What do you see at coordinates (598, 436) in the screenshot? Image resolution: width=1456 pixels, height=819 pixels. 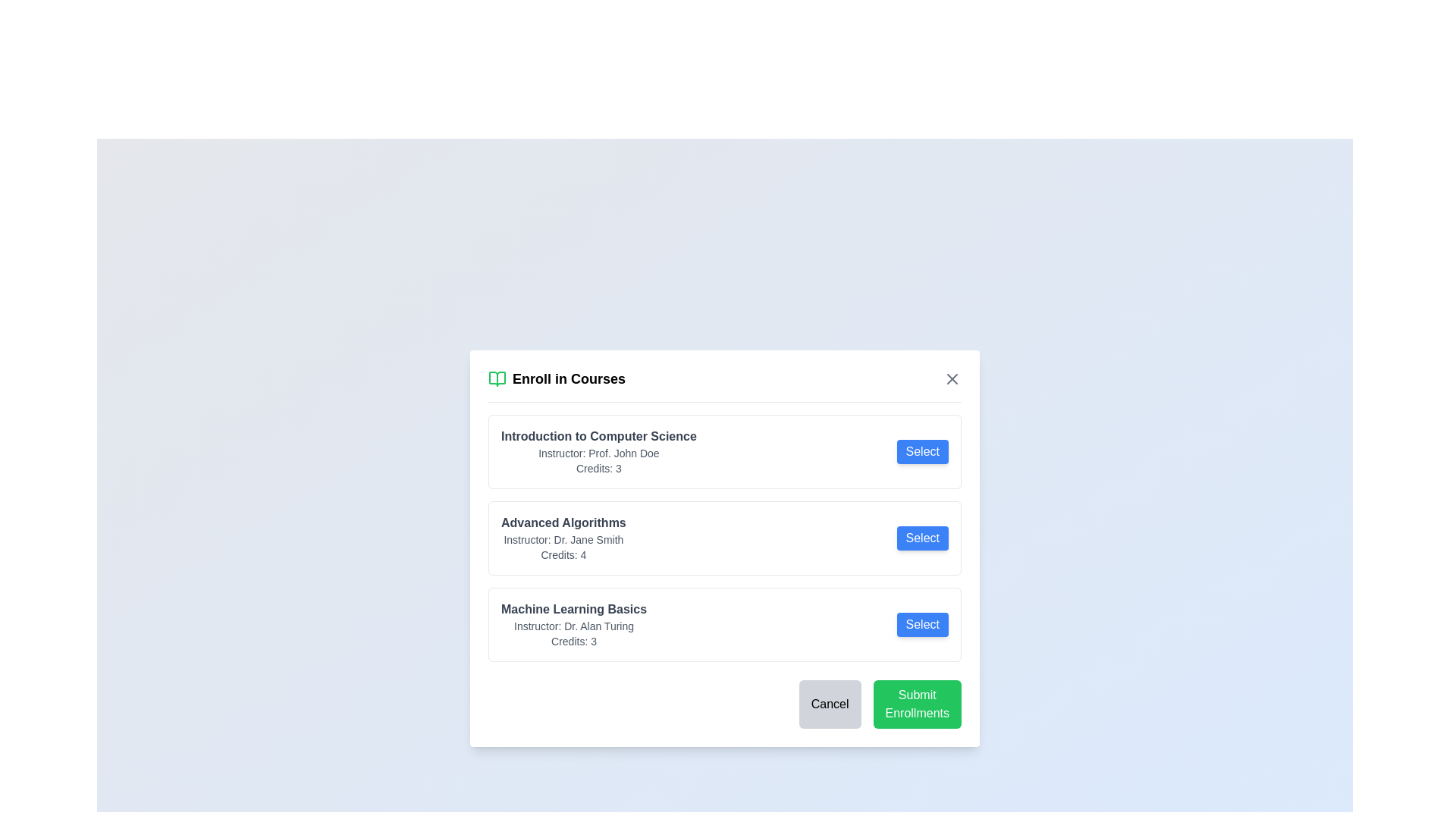 I see `text label displaying 'Introduction to Computer Science' which is styled in bold gray font and located at the top of the first course entry` at bounding box center [598, 436].